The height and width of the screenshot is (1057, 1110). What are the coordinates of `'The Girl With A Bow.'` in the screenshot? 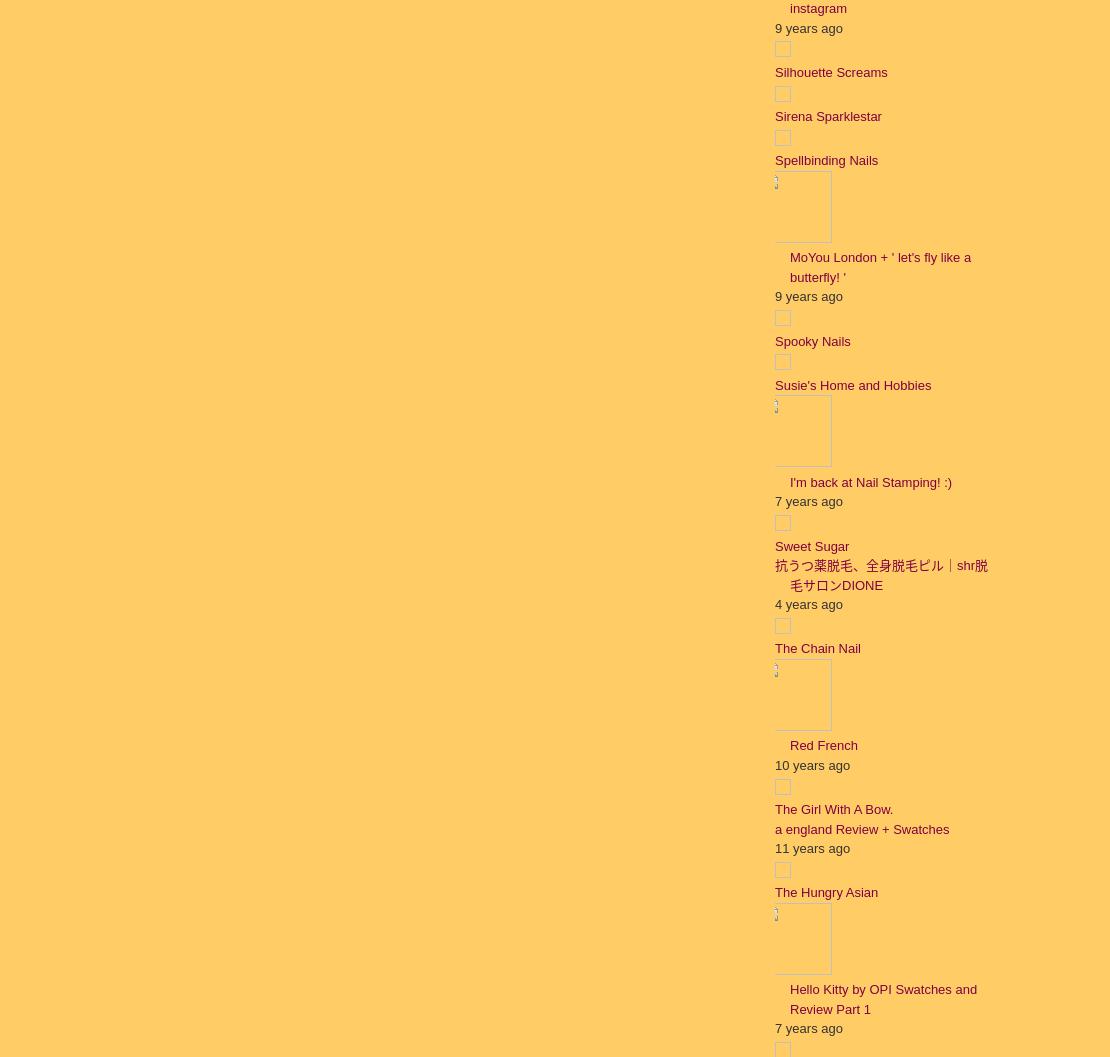 It's located at (774, 809).